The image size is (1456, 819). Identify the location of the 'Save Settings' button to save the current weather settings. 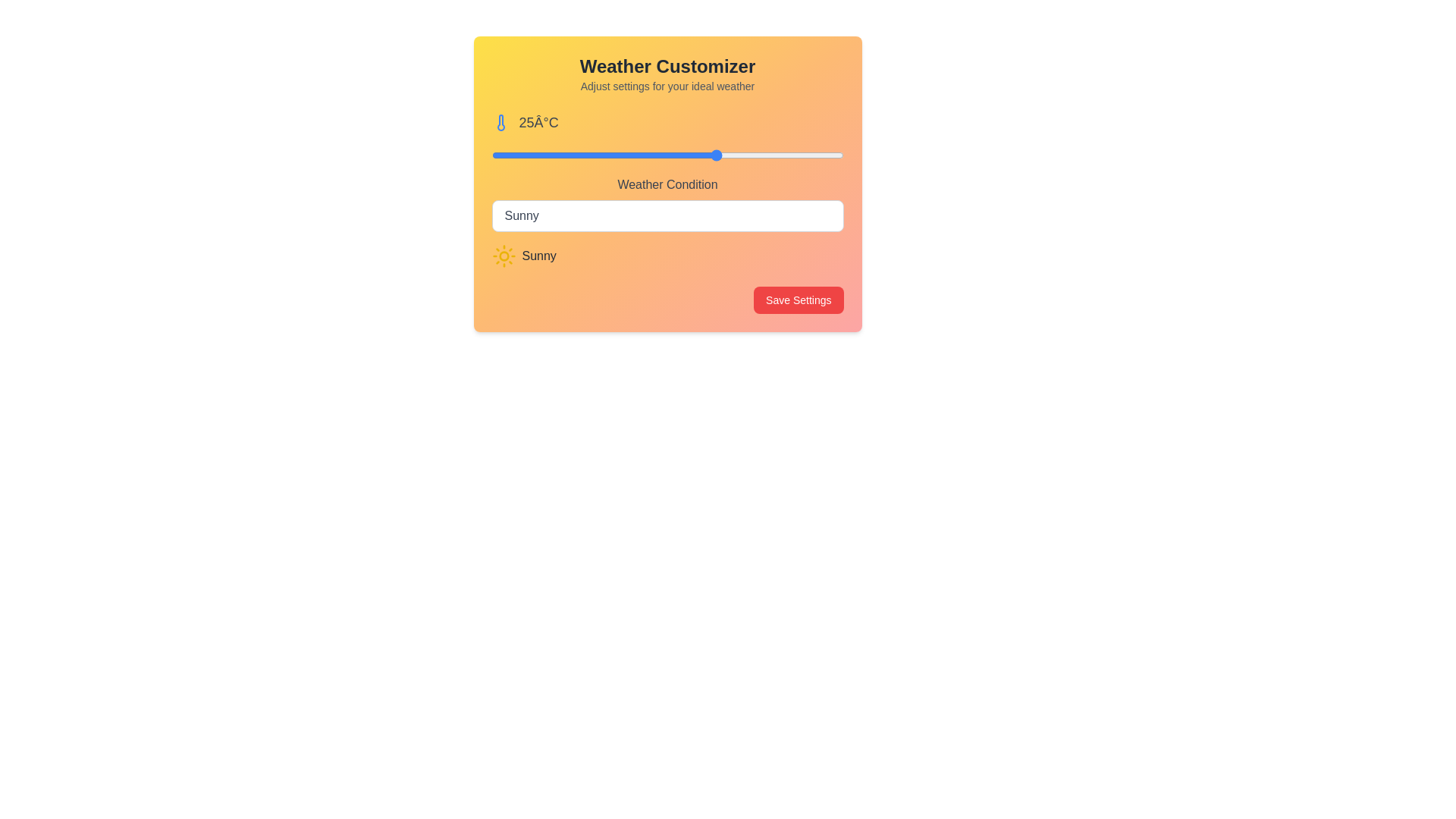
(797, 300).